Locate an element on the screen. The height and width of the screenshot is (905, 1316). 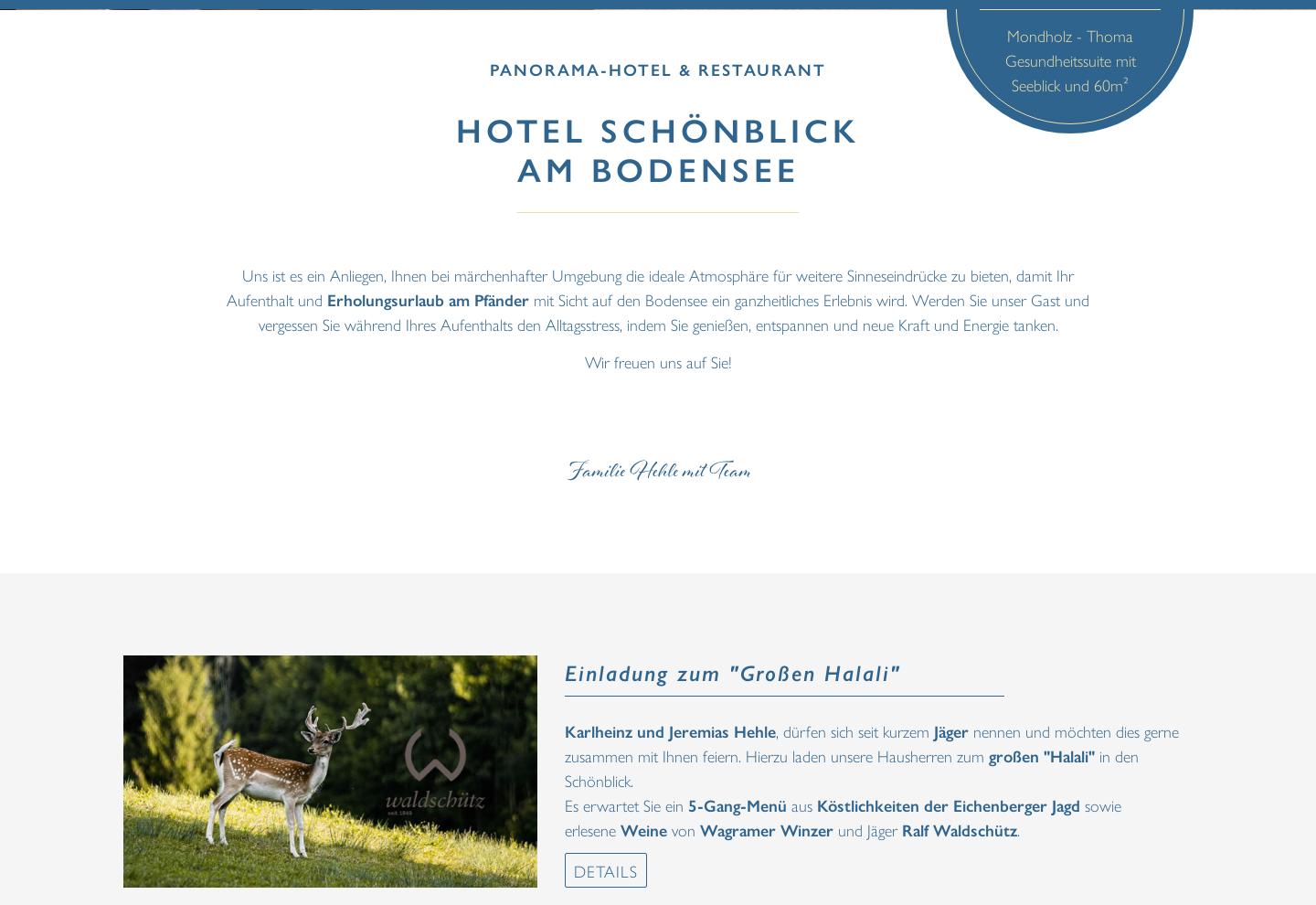
'in den Schönblick.' is located at coordinates (564, 766).